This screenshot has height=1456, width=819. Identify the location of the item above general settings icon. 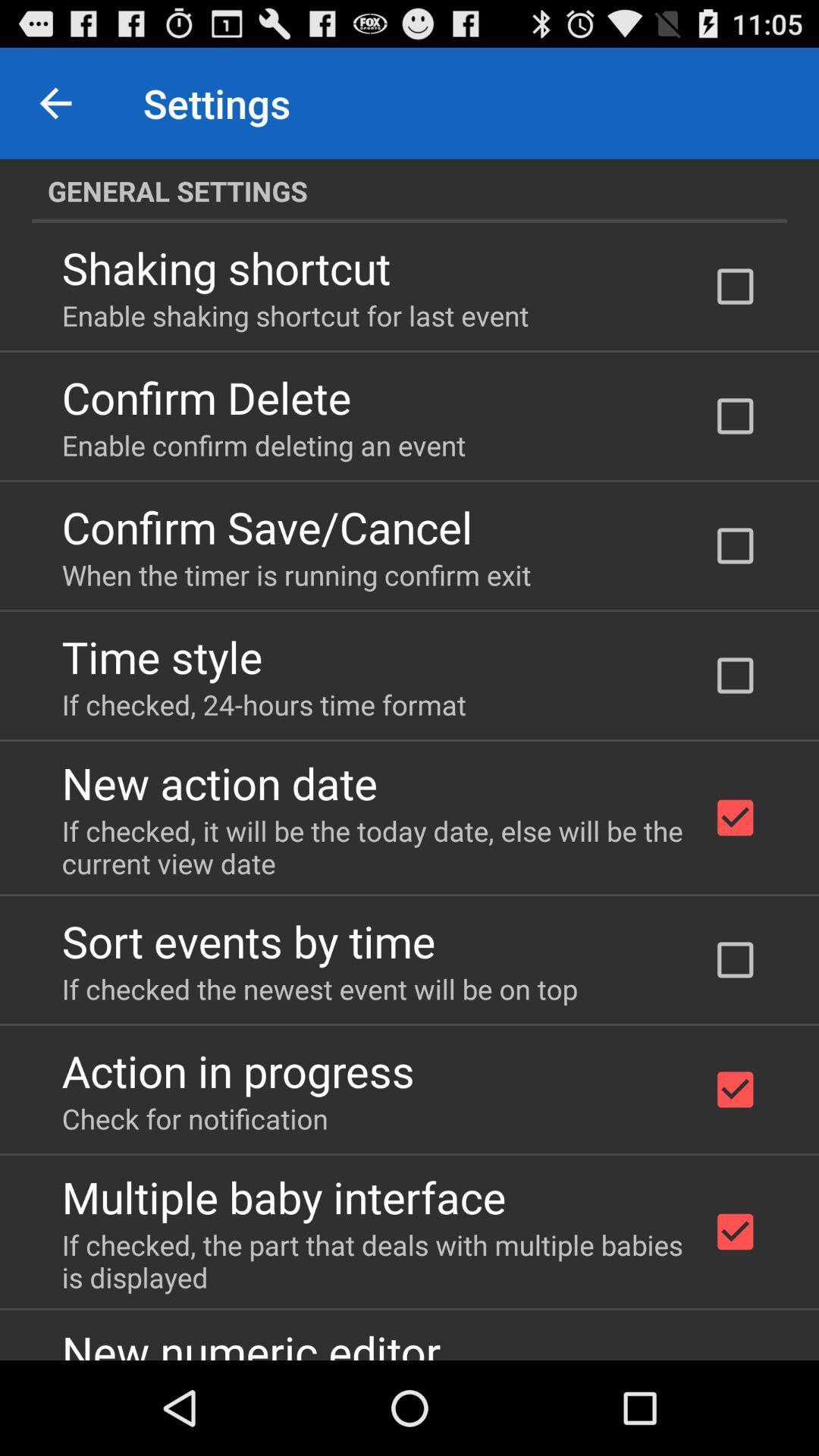
(55, 102).